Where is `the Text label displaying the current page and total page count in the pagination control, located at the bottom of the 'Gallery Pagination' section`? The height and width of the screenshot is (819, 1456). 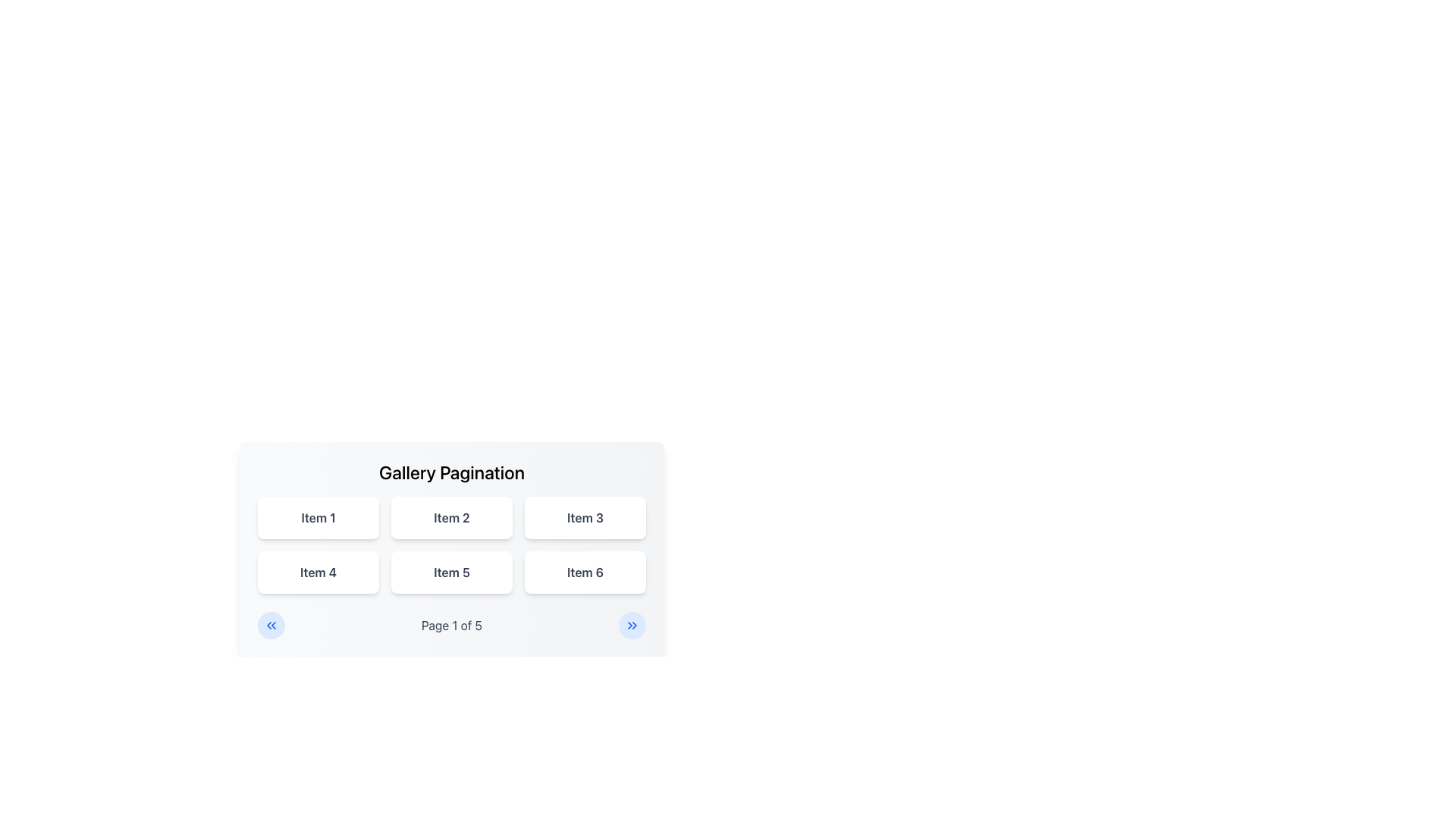 the Text label displaying the current page and total page count in the pagination control, located at the bottom of the 'Gallery Pagination' section is located at coordinates (450, 626).